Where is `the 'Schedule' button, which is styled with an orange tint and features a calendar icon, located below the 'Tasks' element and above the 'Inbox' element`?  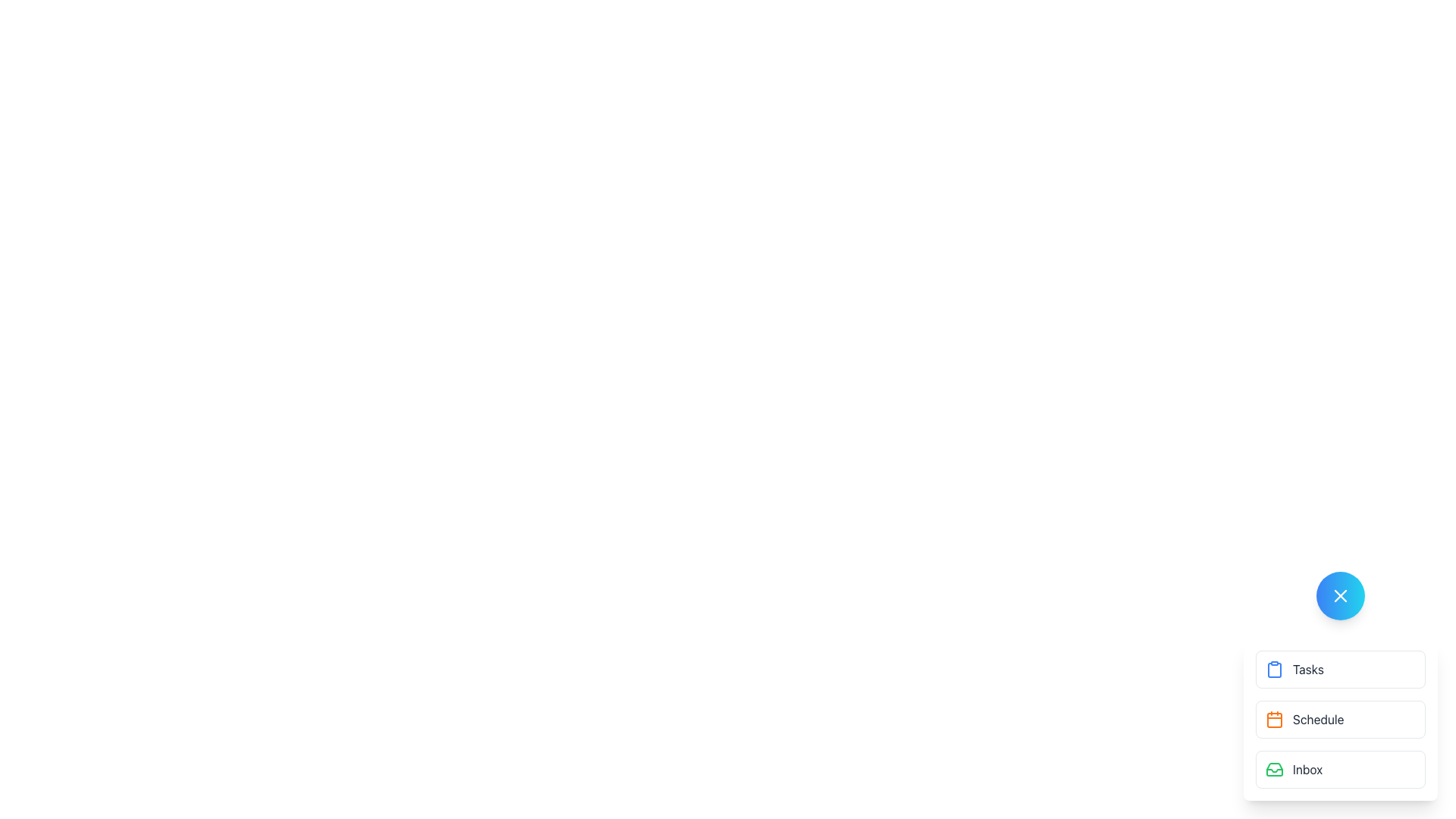 the 'Schedule' button, which is styled with an orange tint and features a calendar icon, located below the 'Tasks' element and above the 'Inbox' element is located at coordinates (1340, 718).